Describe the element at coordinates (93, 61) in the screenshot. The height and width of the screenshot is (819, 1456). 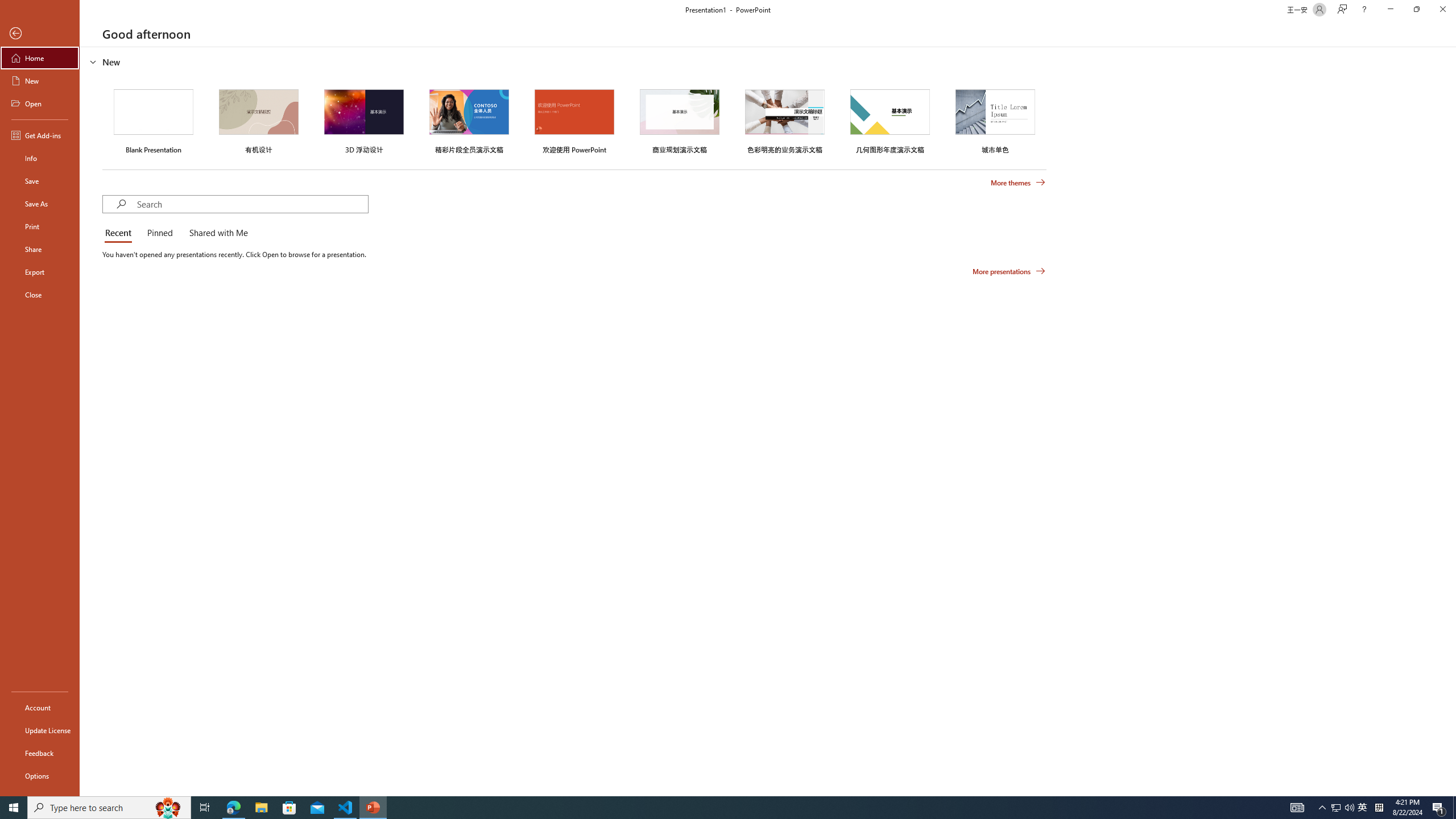
I see `'Hide or show region'` at that location.